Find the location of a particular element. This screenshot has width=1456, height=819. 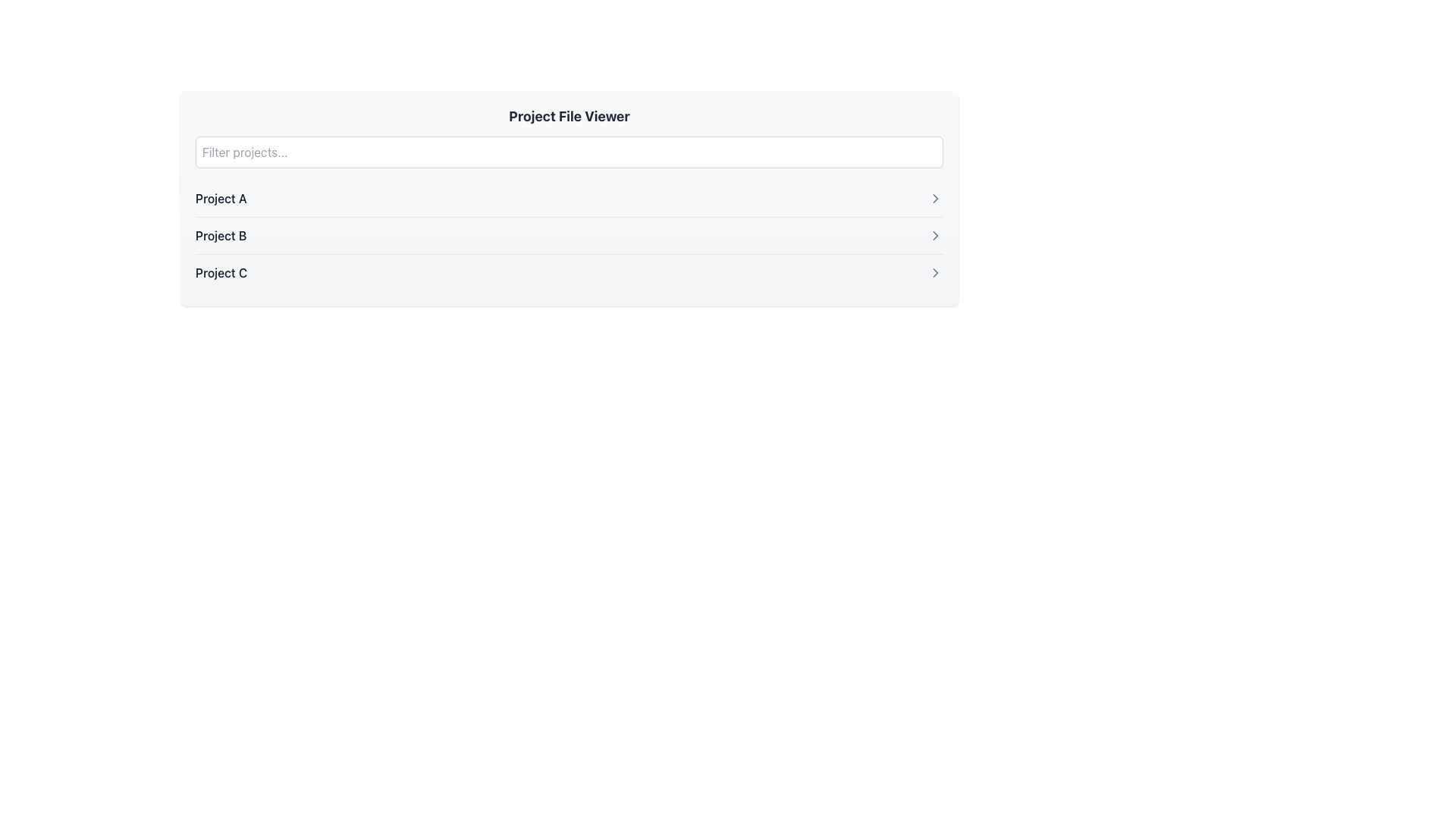

the Chevron icon located at the far-right of the list entry labeled 'Project B' is located at coordinates (934, 236).